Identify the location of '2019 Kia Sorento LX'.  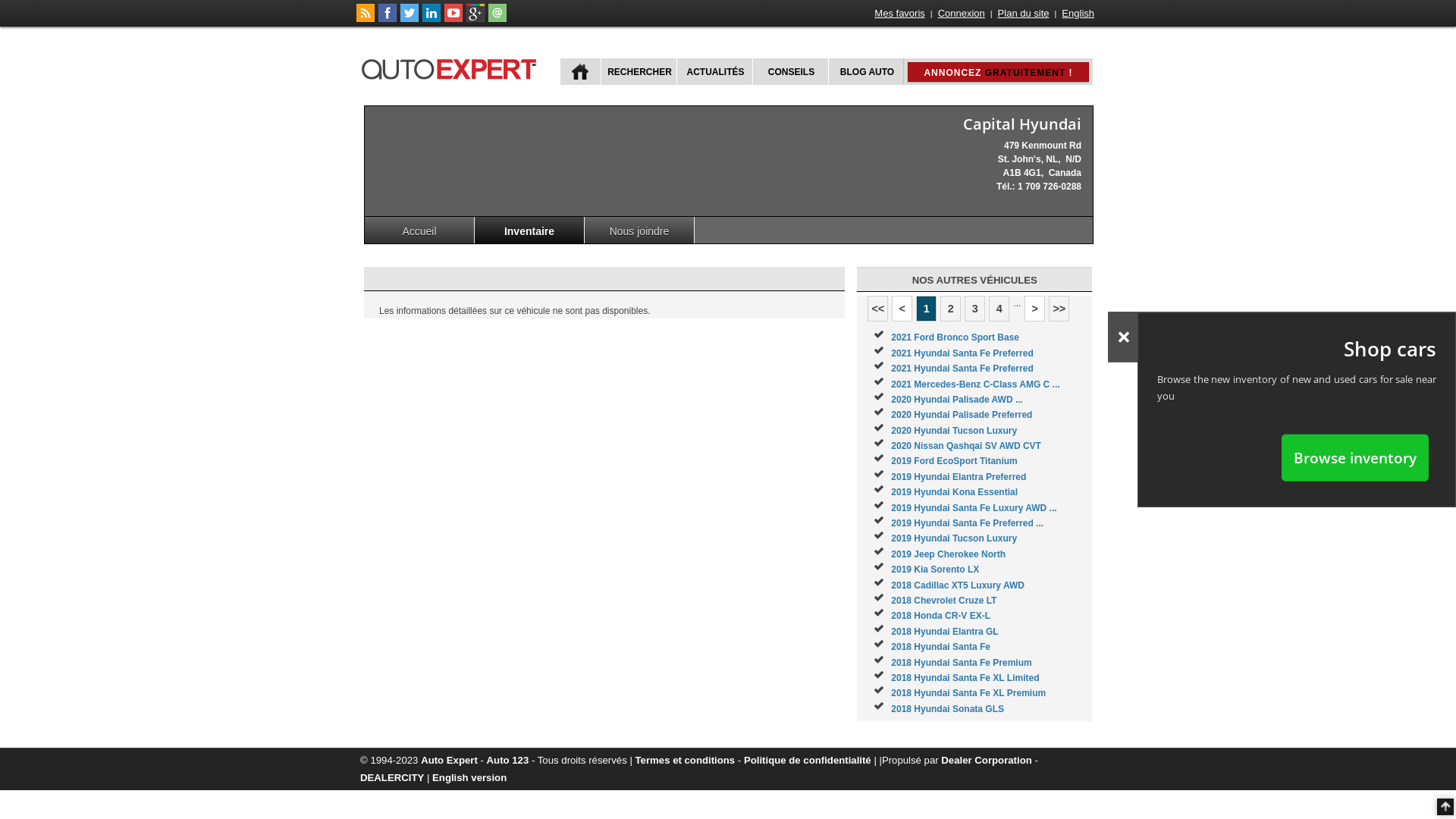
(934, 570).